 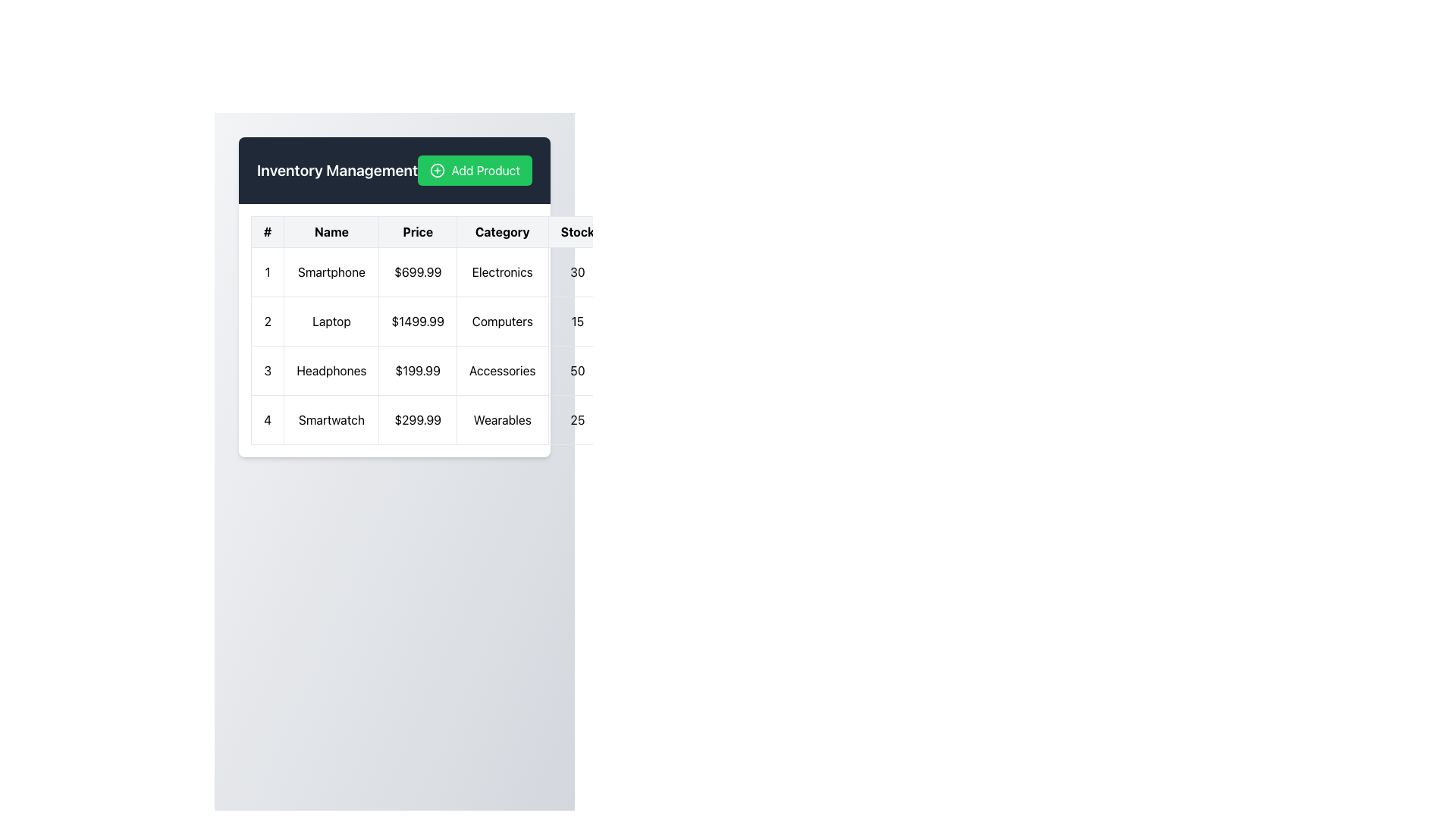 I want to click on the 'Smartwatch' text display located in the fourth row under the 'Name' column of the product inventory table, so click(x=331, y=420).